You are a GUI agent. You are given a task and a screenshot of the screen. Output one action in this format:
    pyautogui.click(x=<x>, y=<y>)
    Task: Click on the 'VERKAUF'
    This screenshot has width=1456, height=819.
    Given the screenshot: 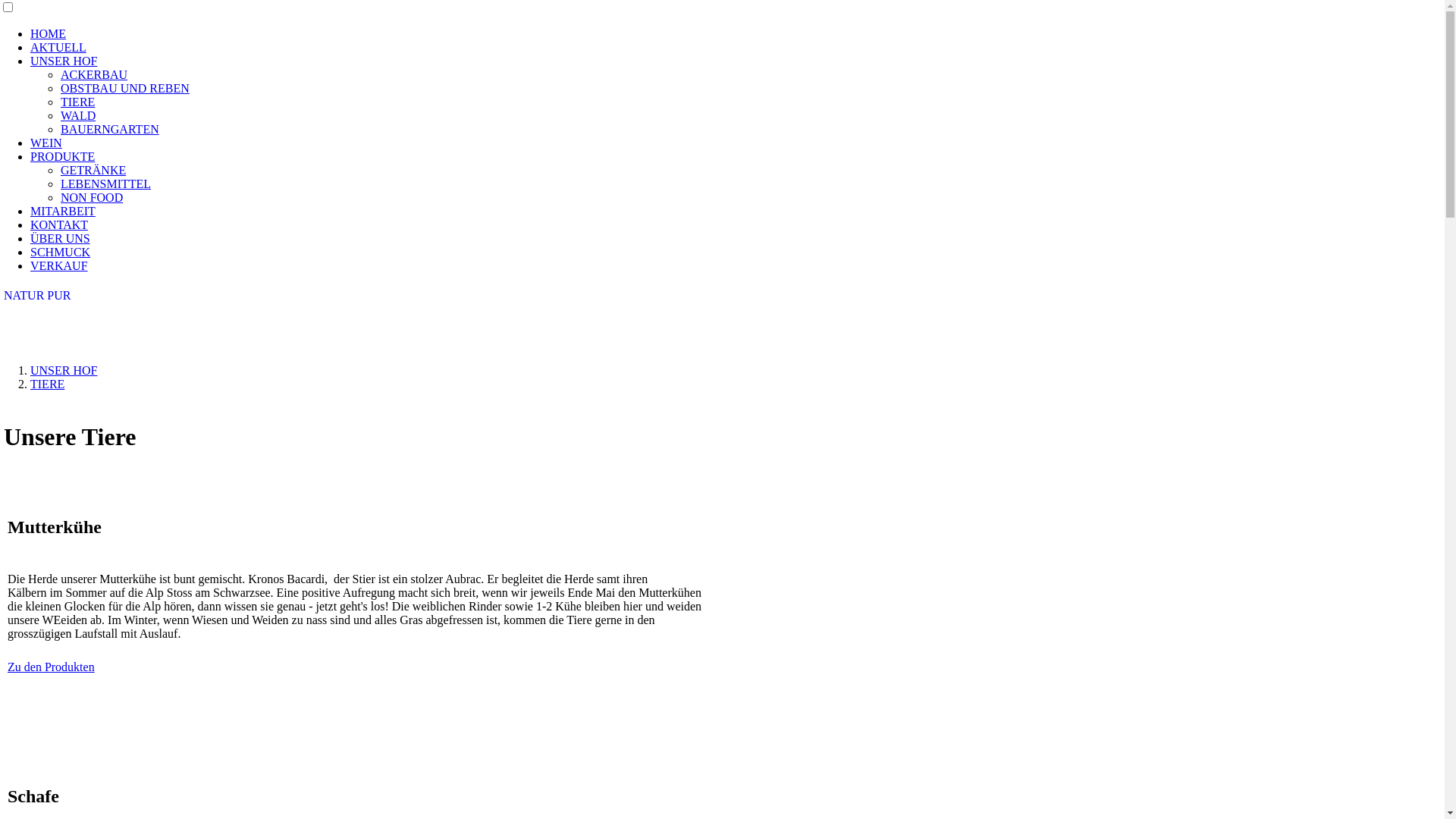 What is the action you would take?
    pyautogui.click(x=58, y=265)
    